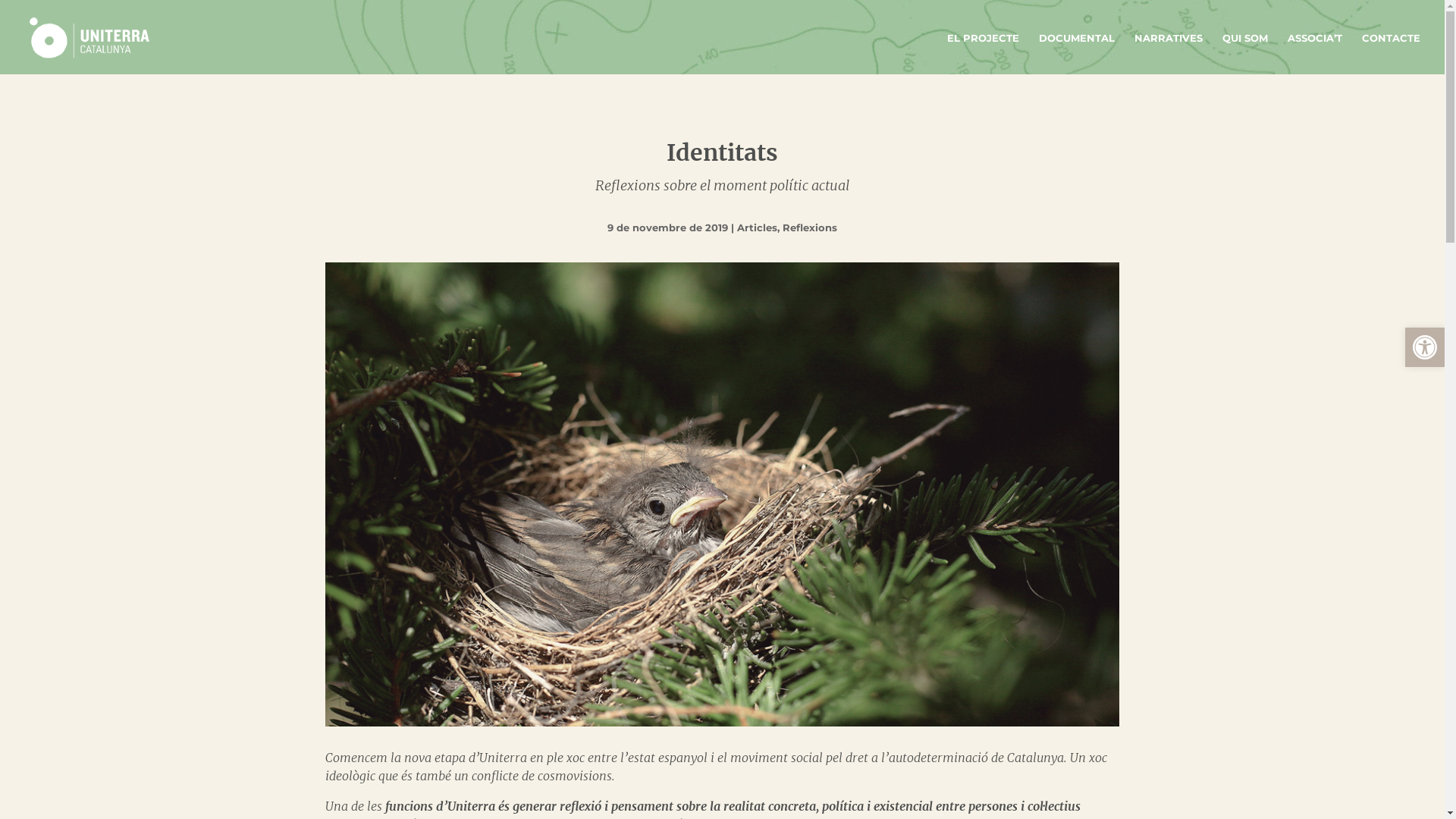  Describe the element at coordinates (1404, 347) in the screenshot. I see `'Open toolbar` at that location.